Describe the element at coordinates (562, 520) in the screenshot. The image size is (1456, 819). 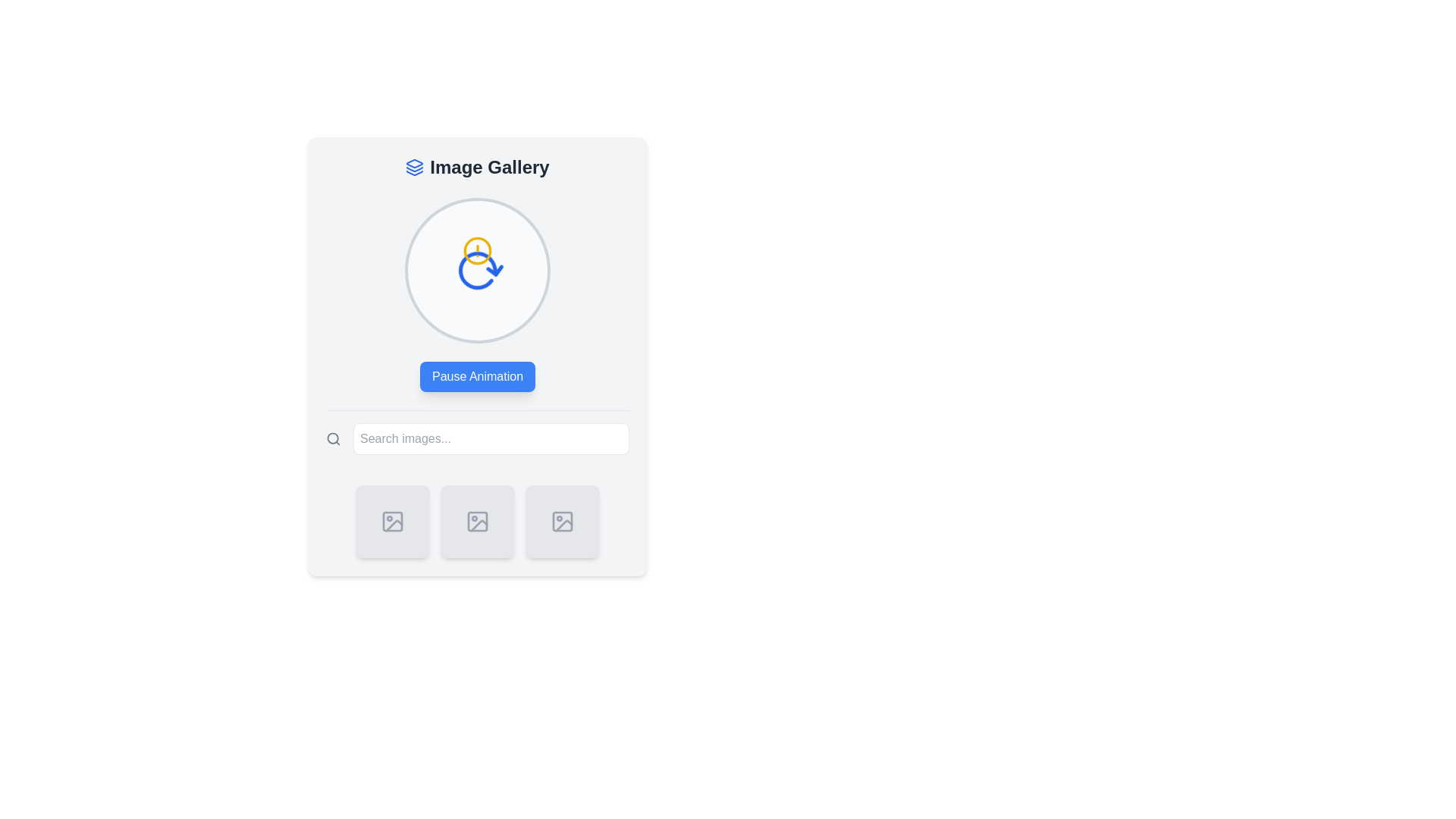
I see `the third button in a group of three, which has a gray background, rounded corners, and an image frame icon with a circle` at that location.